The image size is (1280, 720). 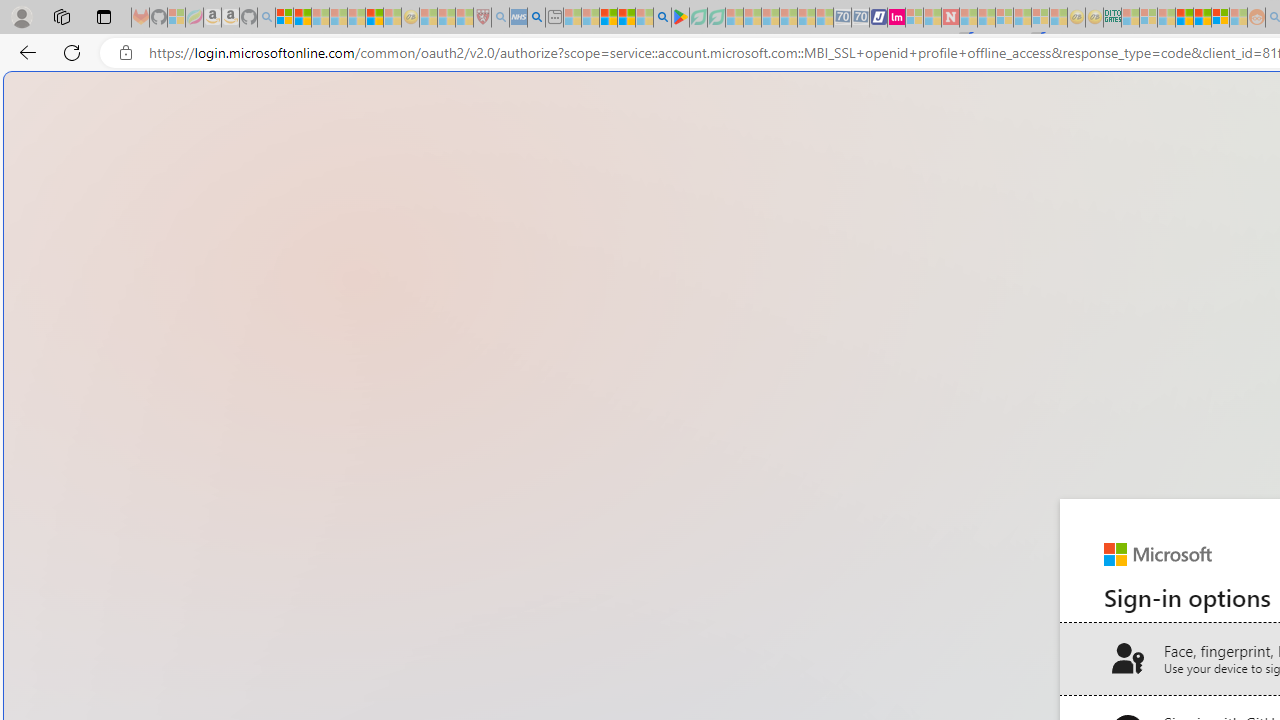 I want to click on 'utah sues federal government - Search', so click(x=536, y=17).